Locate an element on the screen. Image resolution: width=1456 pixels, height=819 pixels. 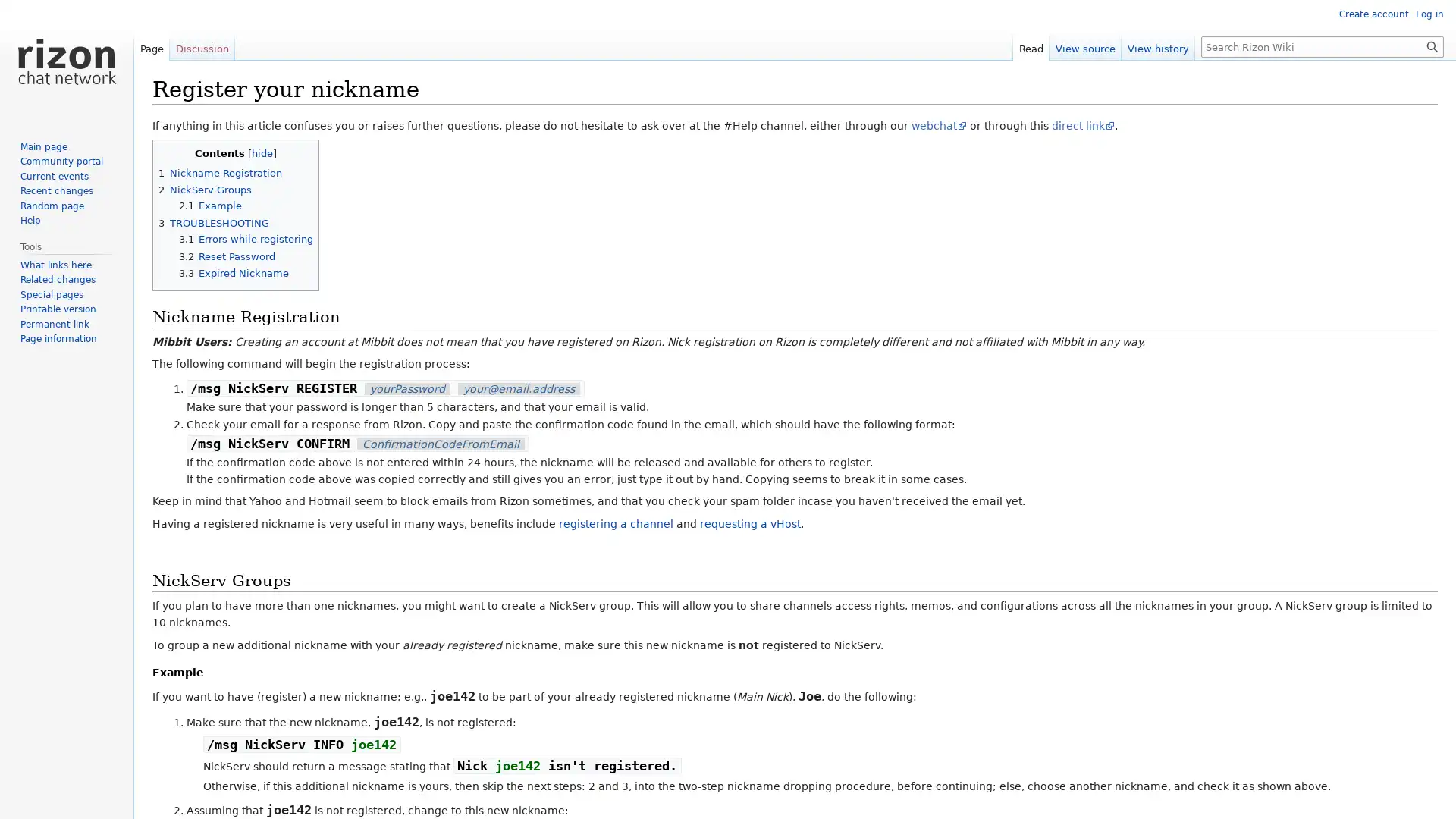
Go is located at coordinates (1432, 45).